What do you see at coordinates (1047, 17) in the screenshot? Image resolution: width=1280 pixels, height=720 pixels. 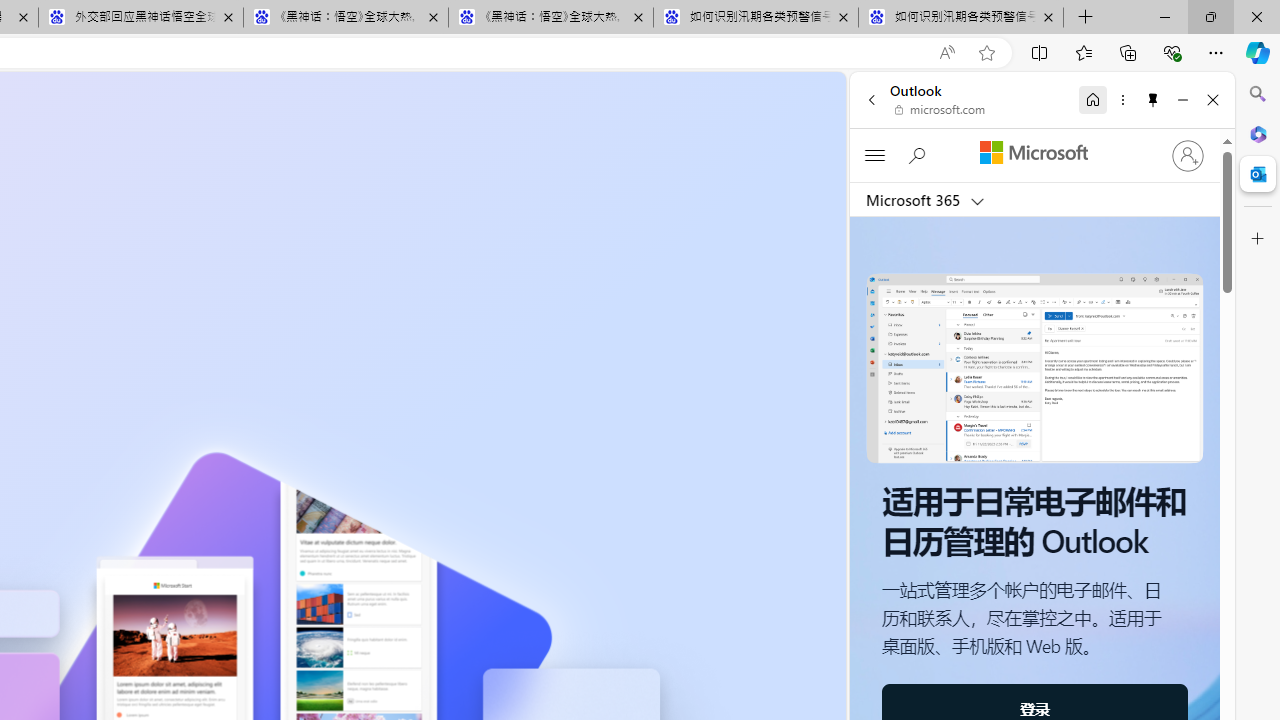 I see `'Close tab'` at bounding box center [1047, 17].